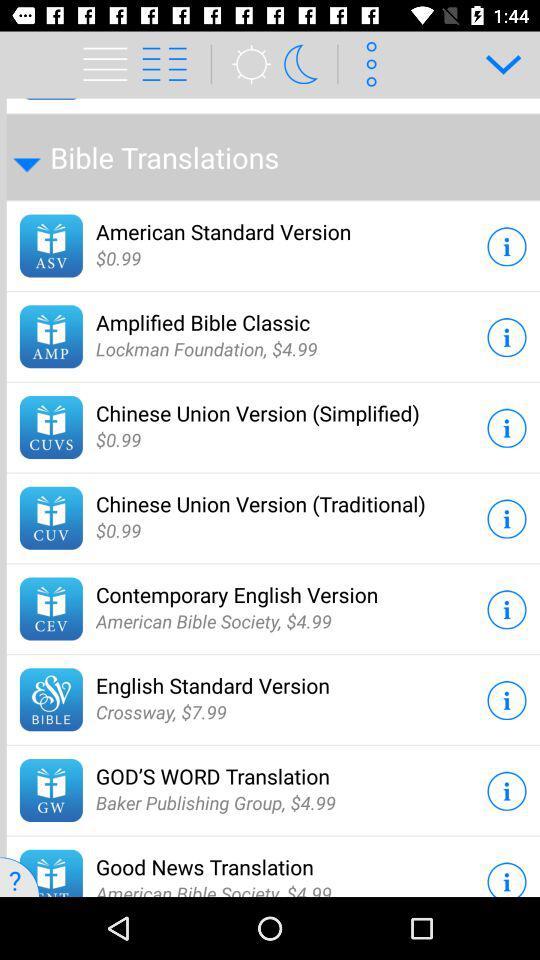 Image resolution: width=540 pixels, height=960 pixels. What do you see at coordinates (174, 64) in the screenshot?
I see `the menu icon` at bounding box center [174, 64].